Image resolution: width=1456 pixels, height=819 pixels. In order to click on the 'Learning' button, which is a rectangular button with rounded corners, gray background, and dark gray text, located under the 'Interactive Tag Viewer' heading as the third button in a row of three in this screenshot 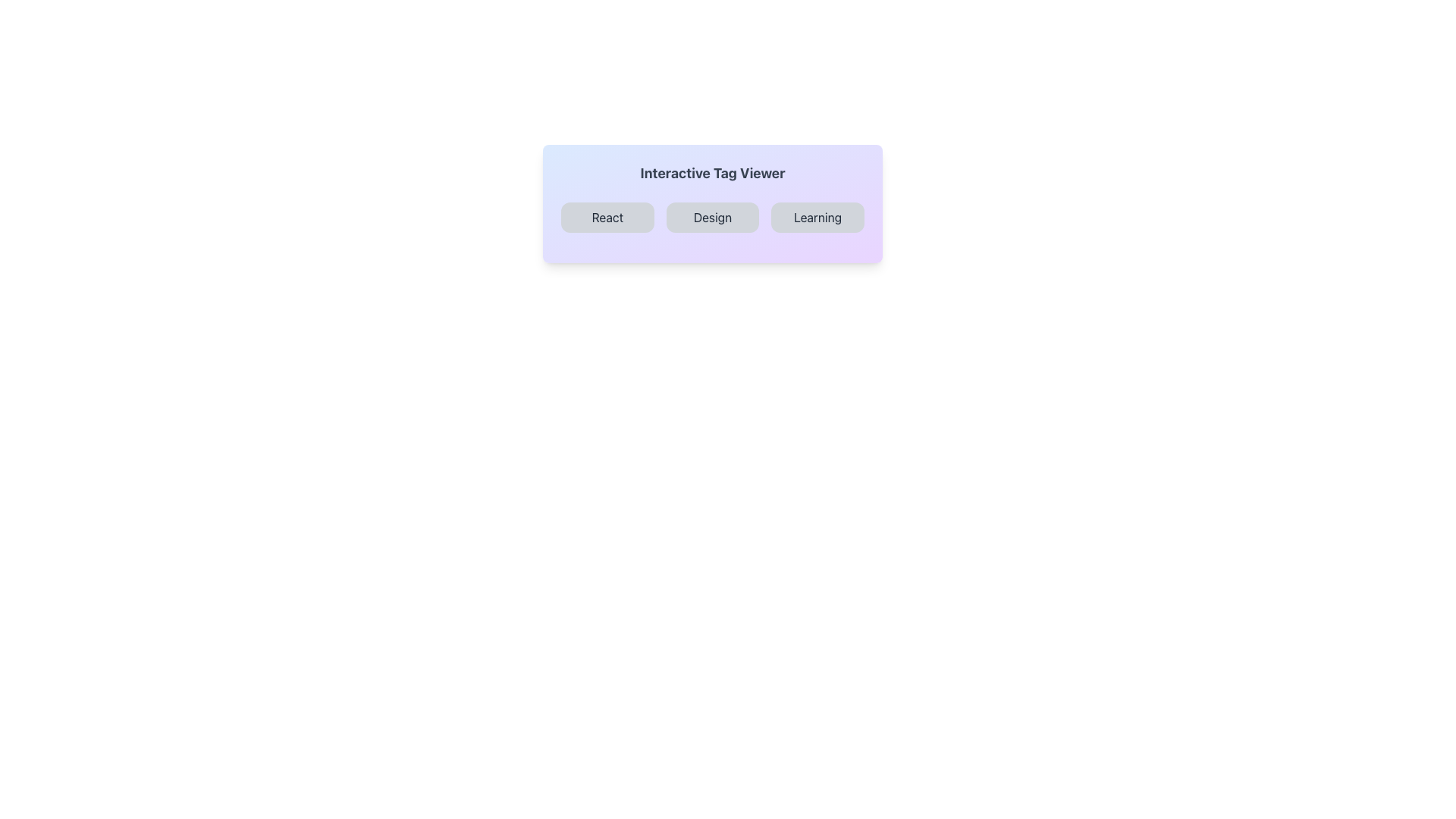, I will do `click(817, 217)`.